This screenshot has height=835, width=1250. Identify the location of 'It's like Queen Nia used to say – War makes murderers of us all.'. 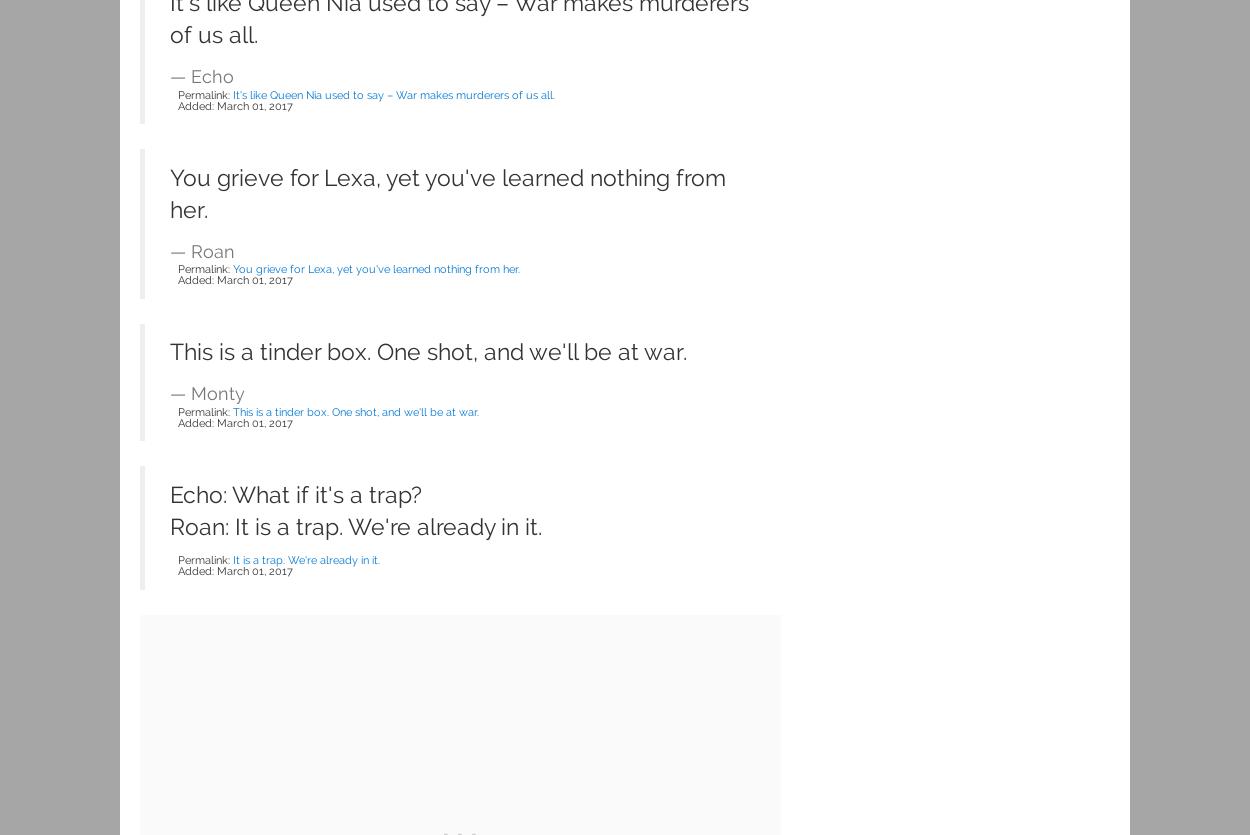
(394, 93).